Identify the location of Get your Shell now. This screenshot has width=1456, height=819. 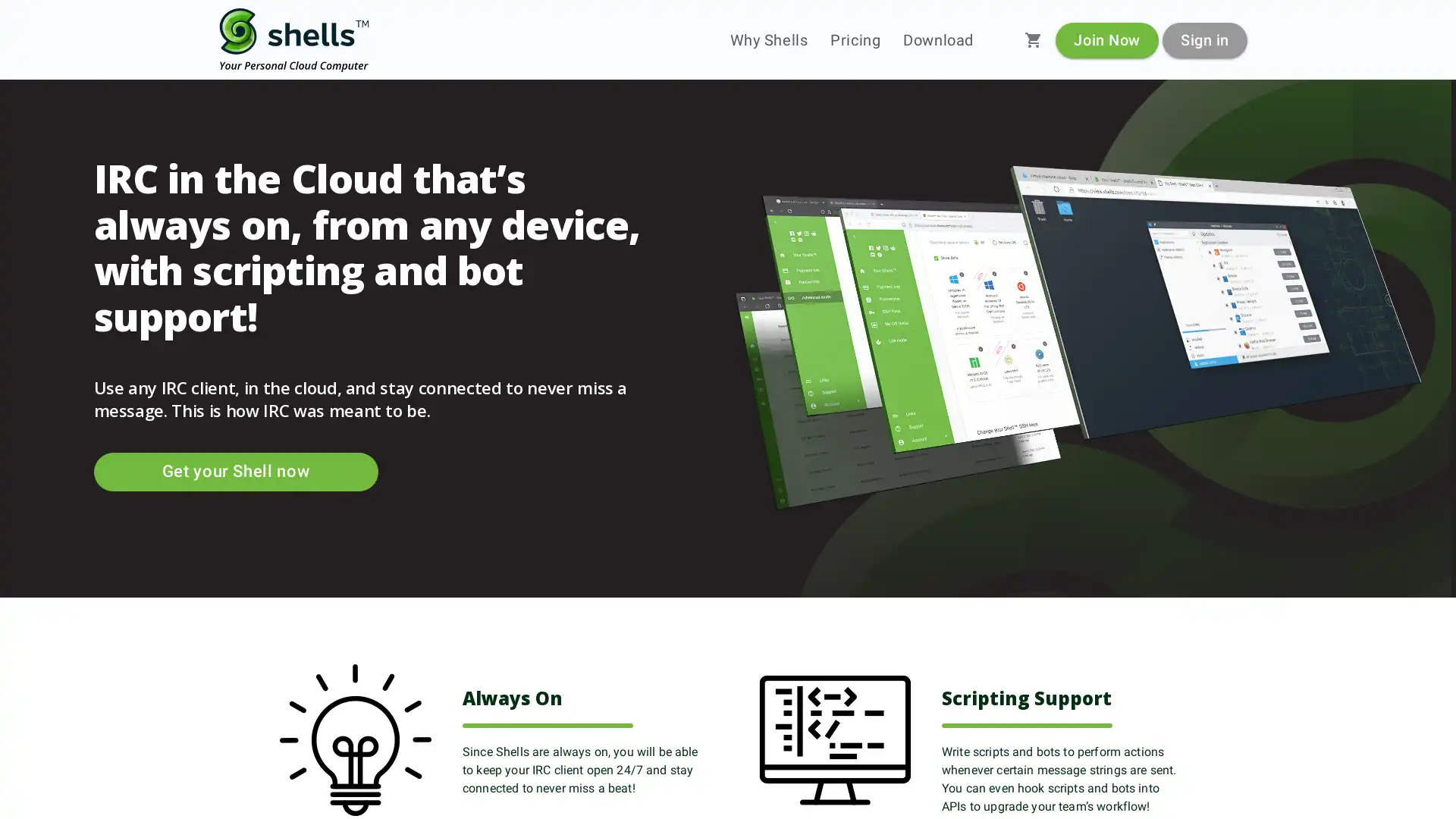
(234, 470).